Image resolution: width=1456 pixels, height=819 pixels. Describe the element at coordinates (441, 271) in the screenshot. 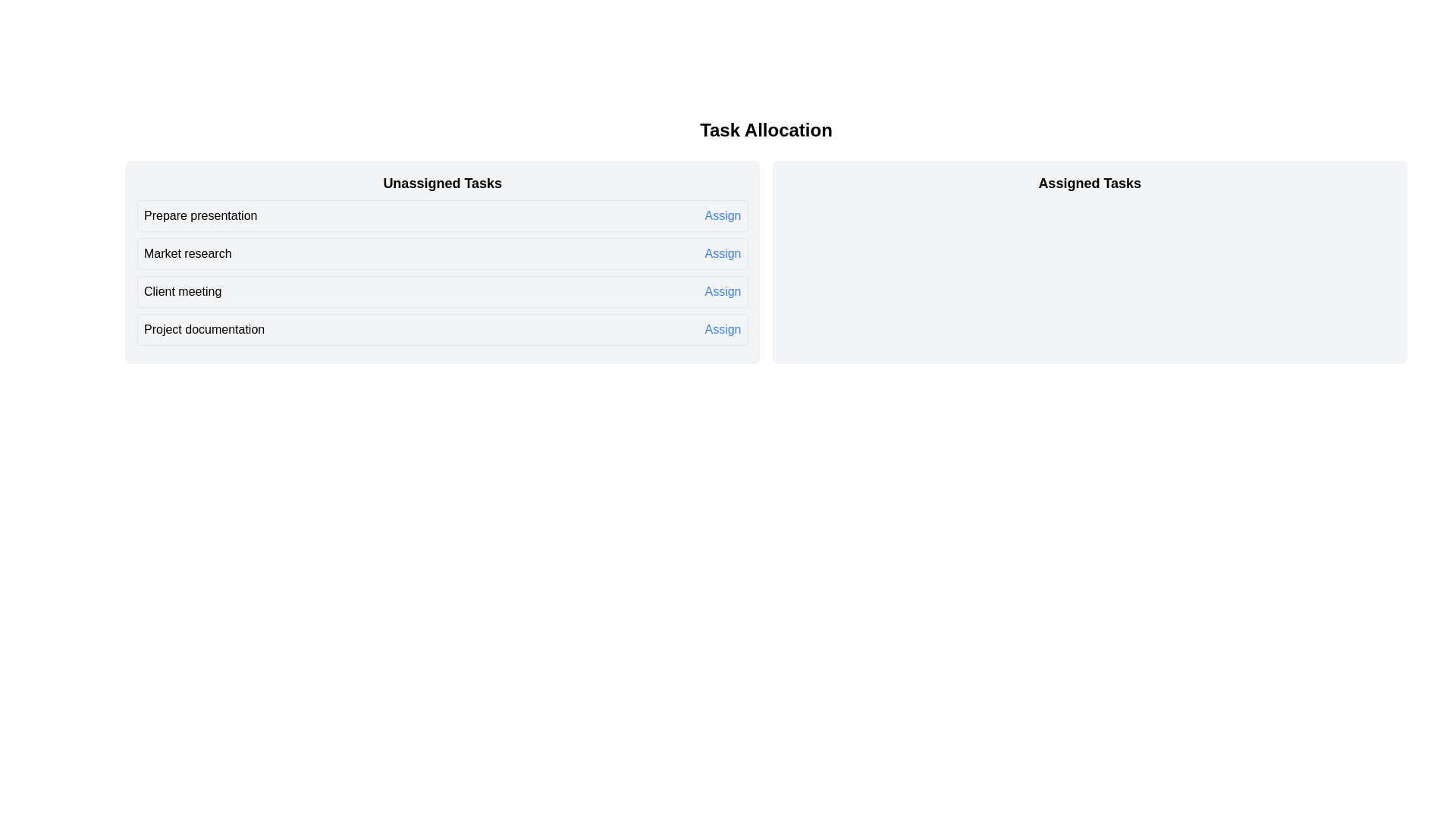

I see `the 'Assign' link in the second row of the 'Unassigned Tasks' section to reassign the 'Market research' task` at that location.